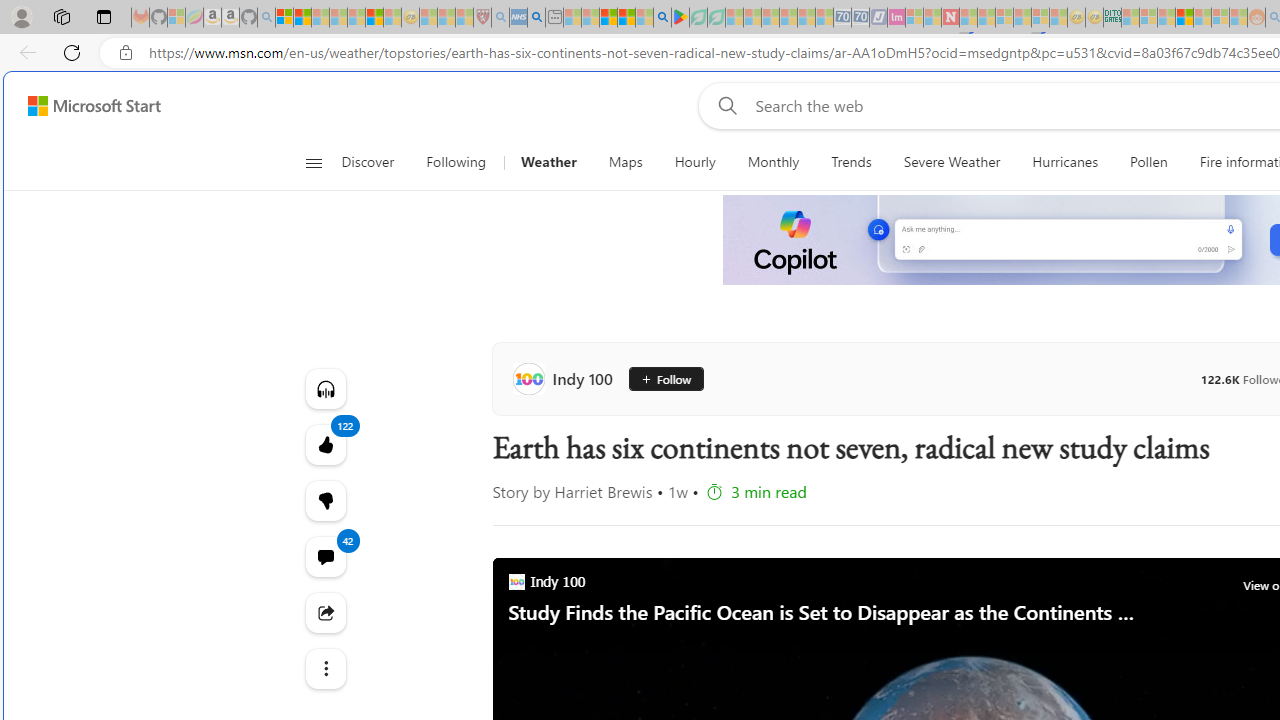 The width and height of the screenshot is (1280, 720). I want to click on 'Listen to this article', so click(325, 388).